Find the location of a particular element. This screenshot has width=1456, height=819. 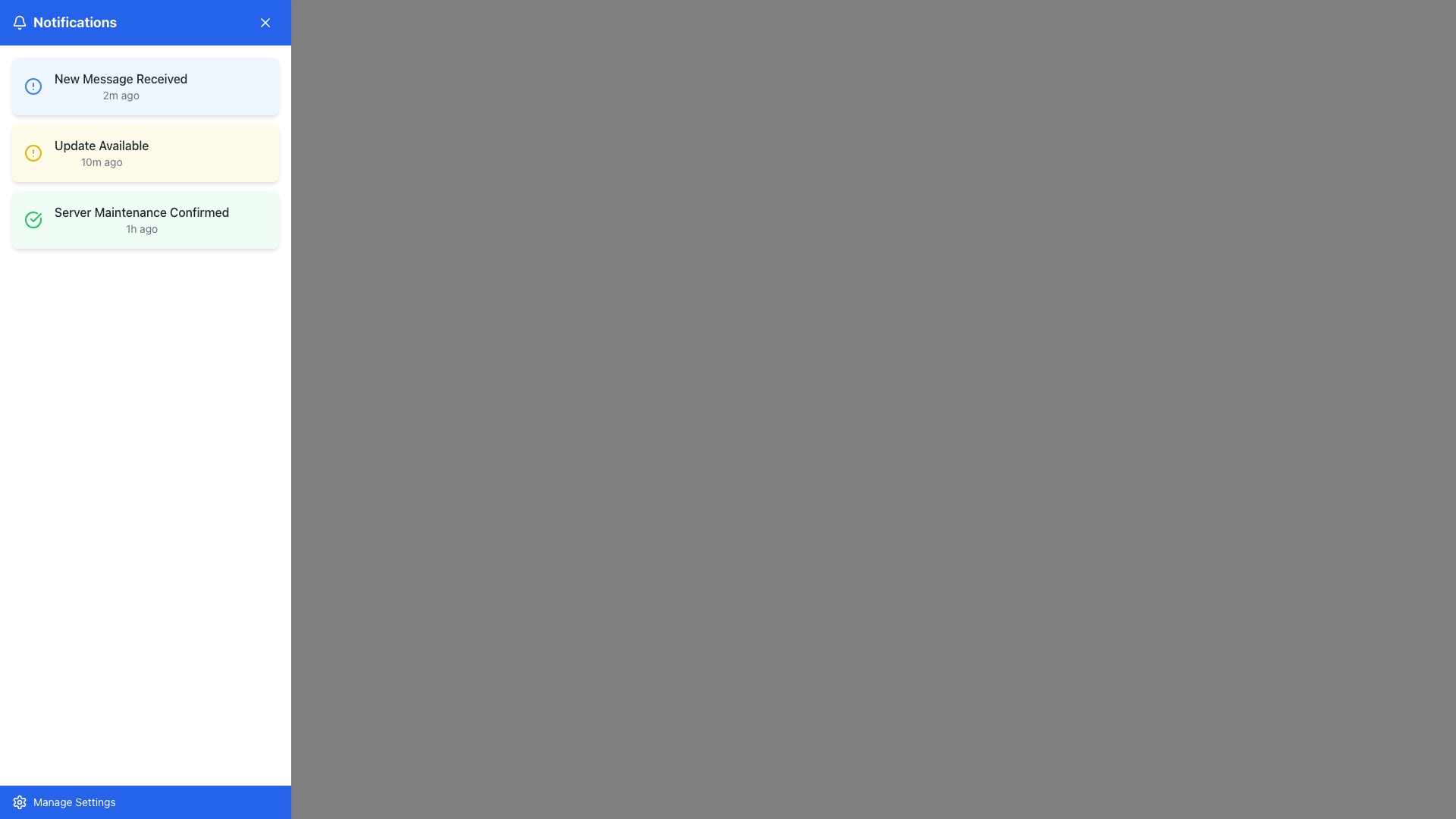

the green-outlined circle icon with a checkmark inside, located in the notification labeled 'Server Maintenance Confirmed' is located at coordinates (33, 219).